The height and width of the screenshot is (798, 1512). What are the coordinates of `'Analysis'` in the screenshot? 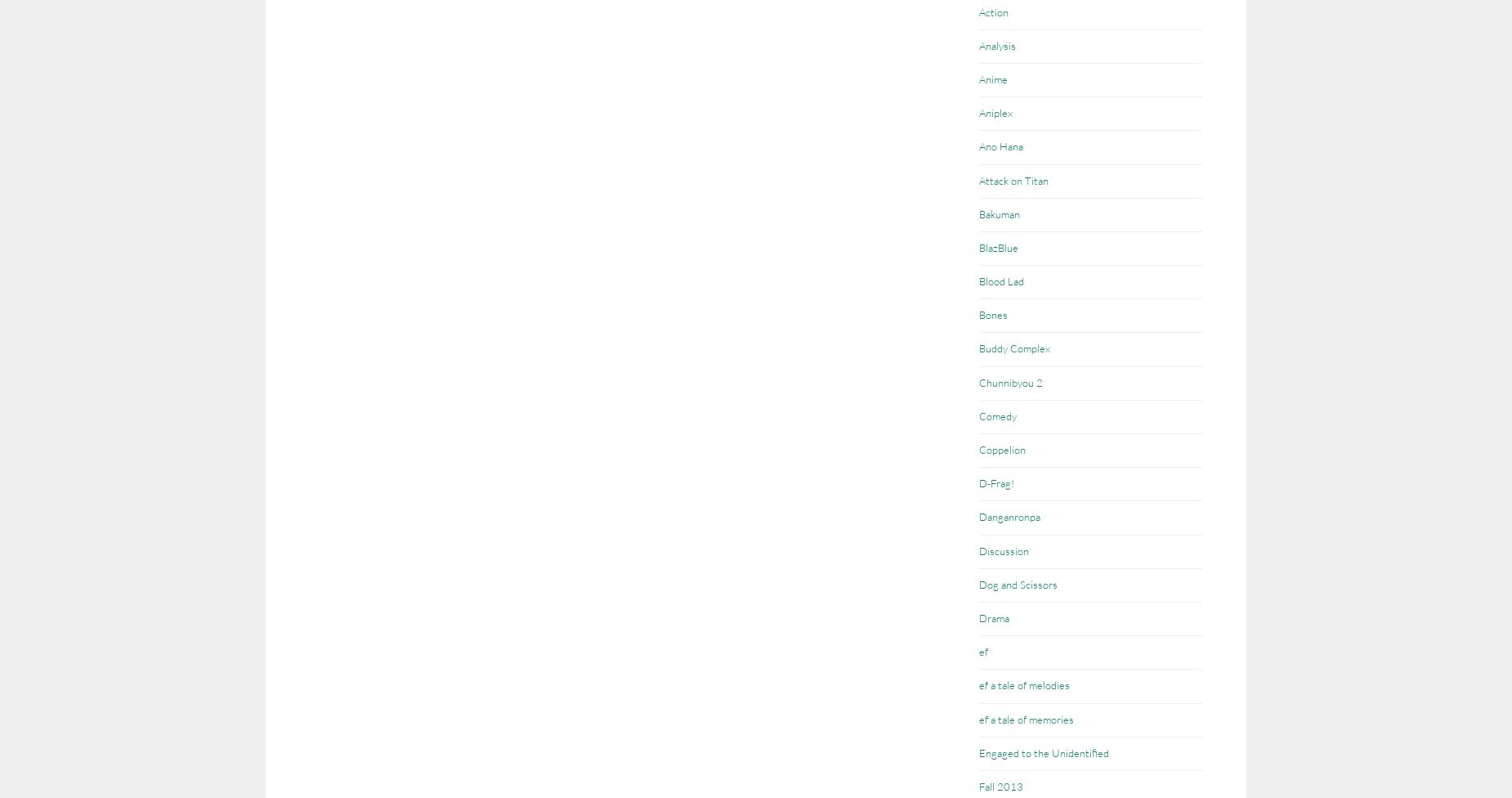 It's located at (996, 45).